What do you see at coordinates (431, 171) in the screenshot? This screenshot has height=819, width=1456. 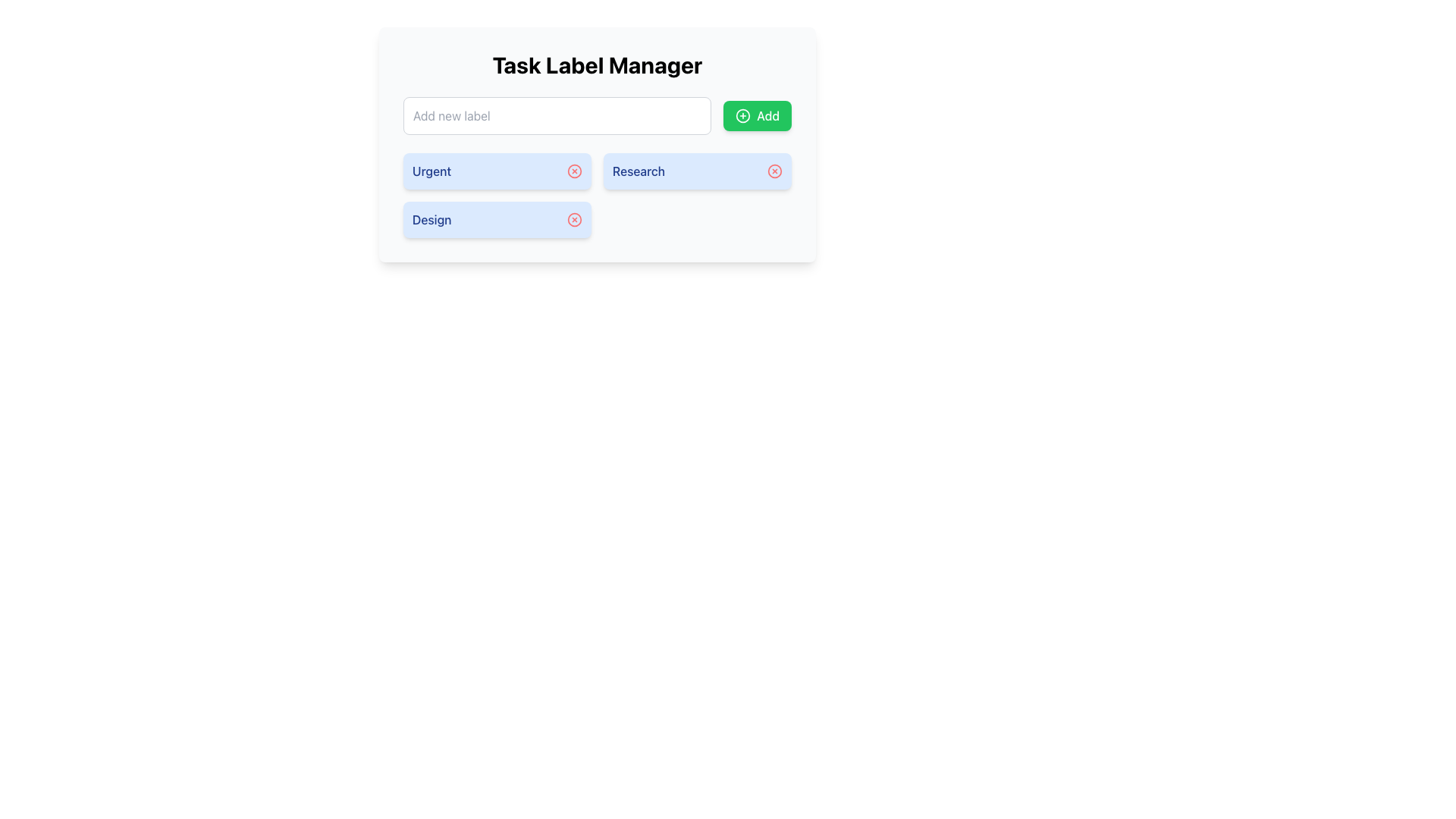 I see `text label 'Urgent' displayed within the light blue rounded rectangle in the upper left corner of the Task Label Manager interface` at bounding box center [431, 171].